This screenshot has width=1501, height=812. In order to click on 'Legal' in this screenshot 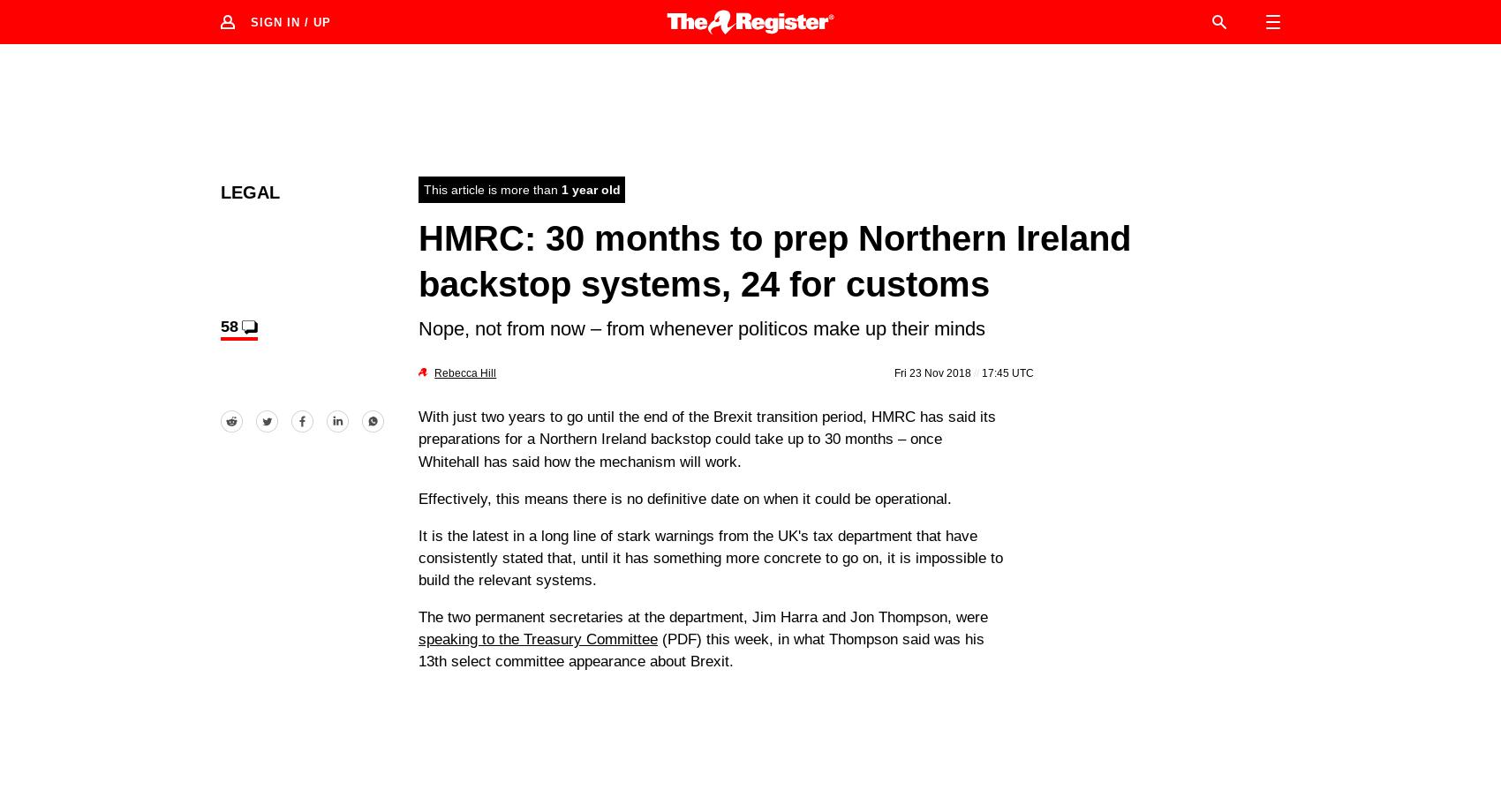, I will do `click(250, 191)`.